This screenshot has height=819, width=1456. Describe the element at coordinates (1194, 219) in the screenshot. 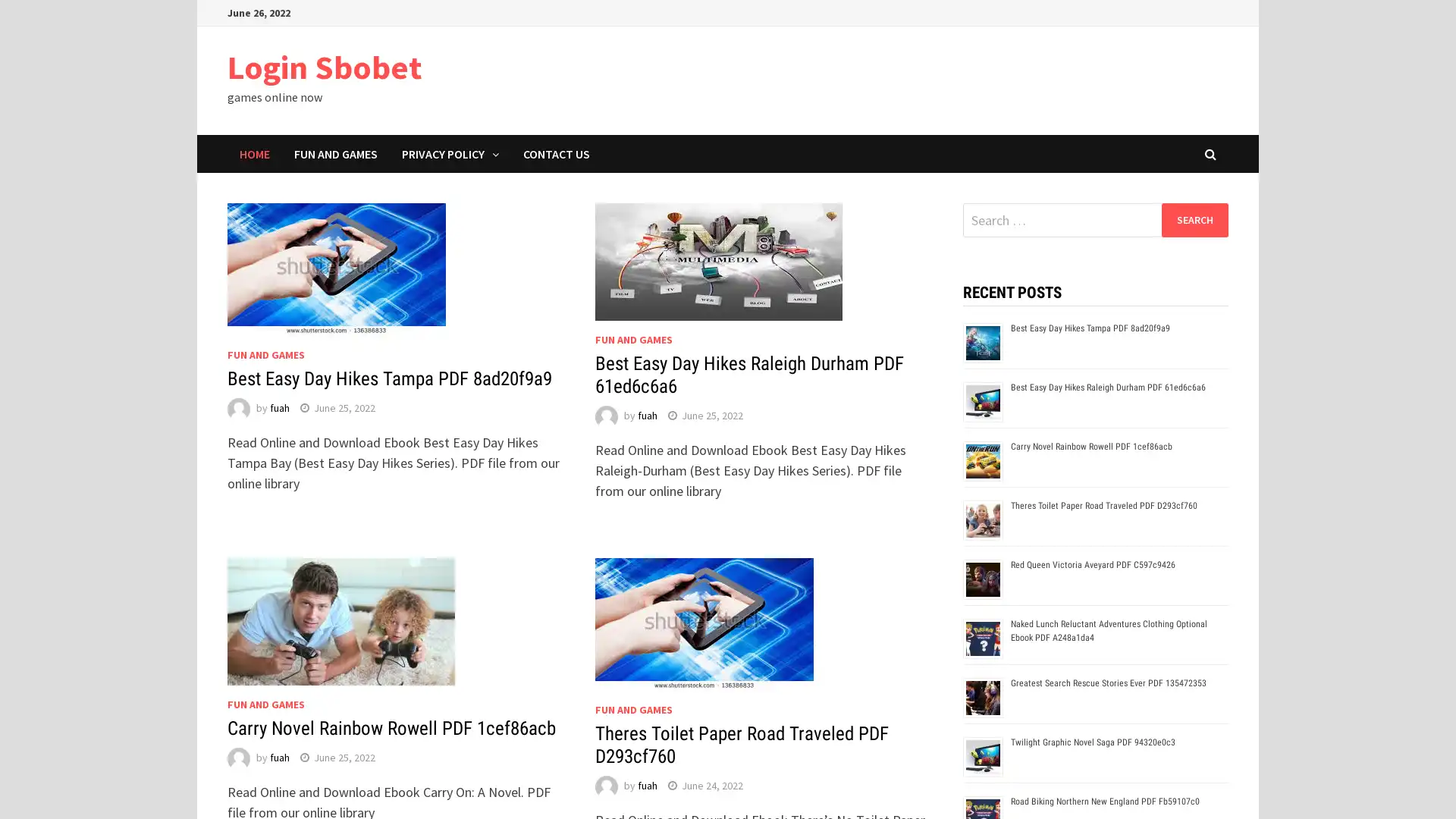

I see `Search` at that location.